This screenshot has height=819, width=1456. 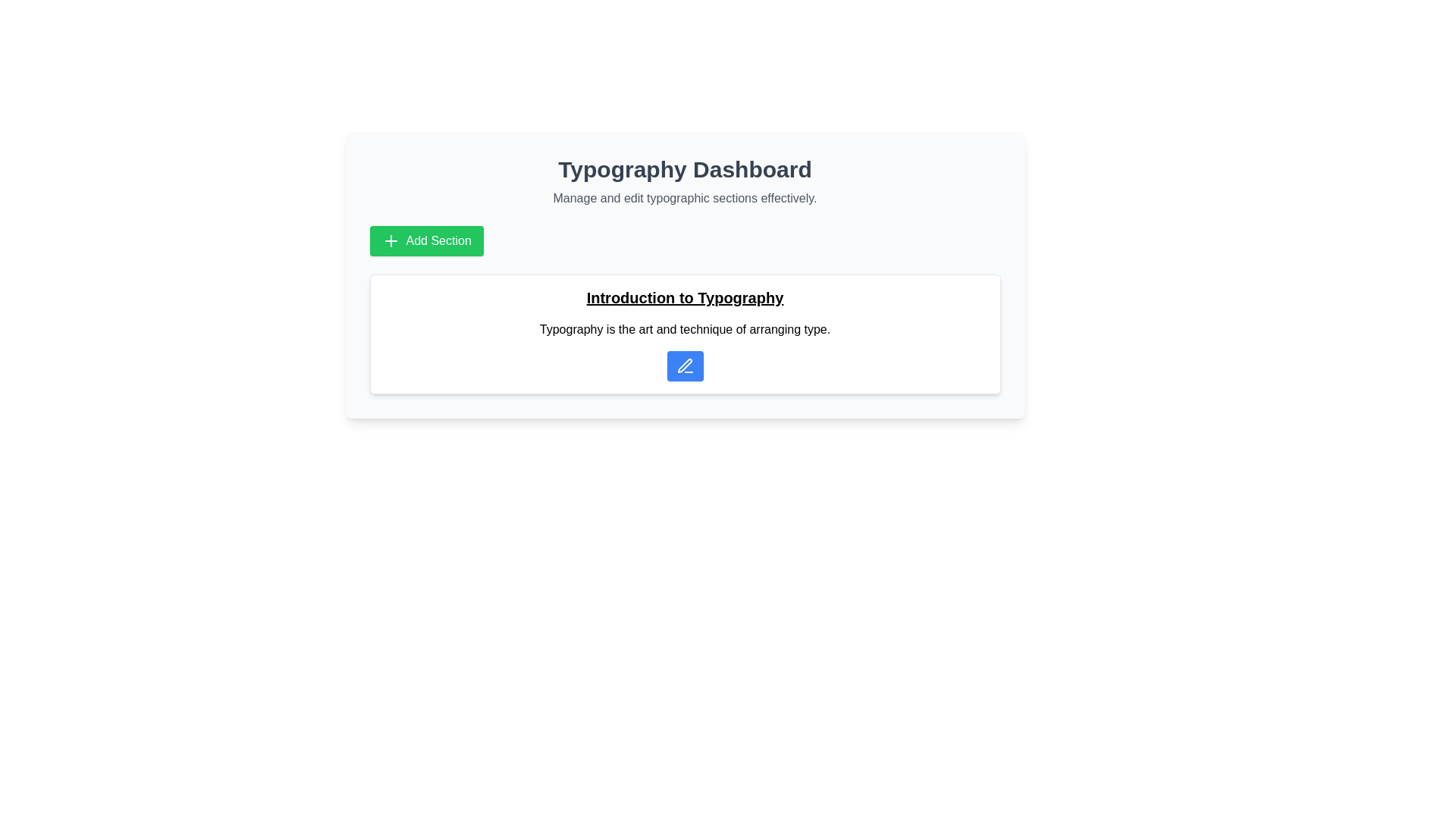 I want to click on the green 'Add Section' button with rounded corners located beneath the subtitle 'Manage and edit typographic sections effectively', so click(x=425, y=240).